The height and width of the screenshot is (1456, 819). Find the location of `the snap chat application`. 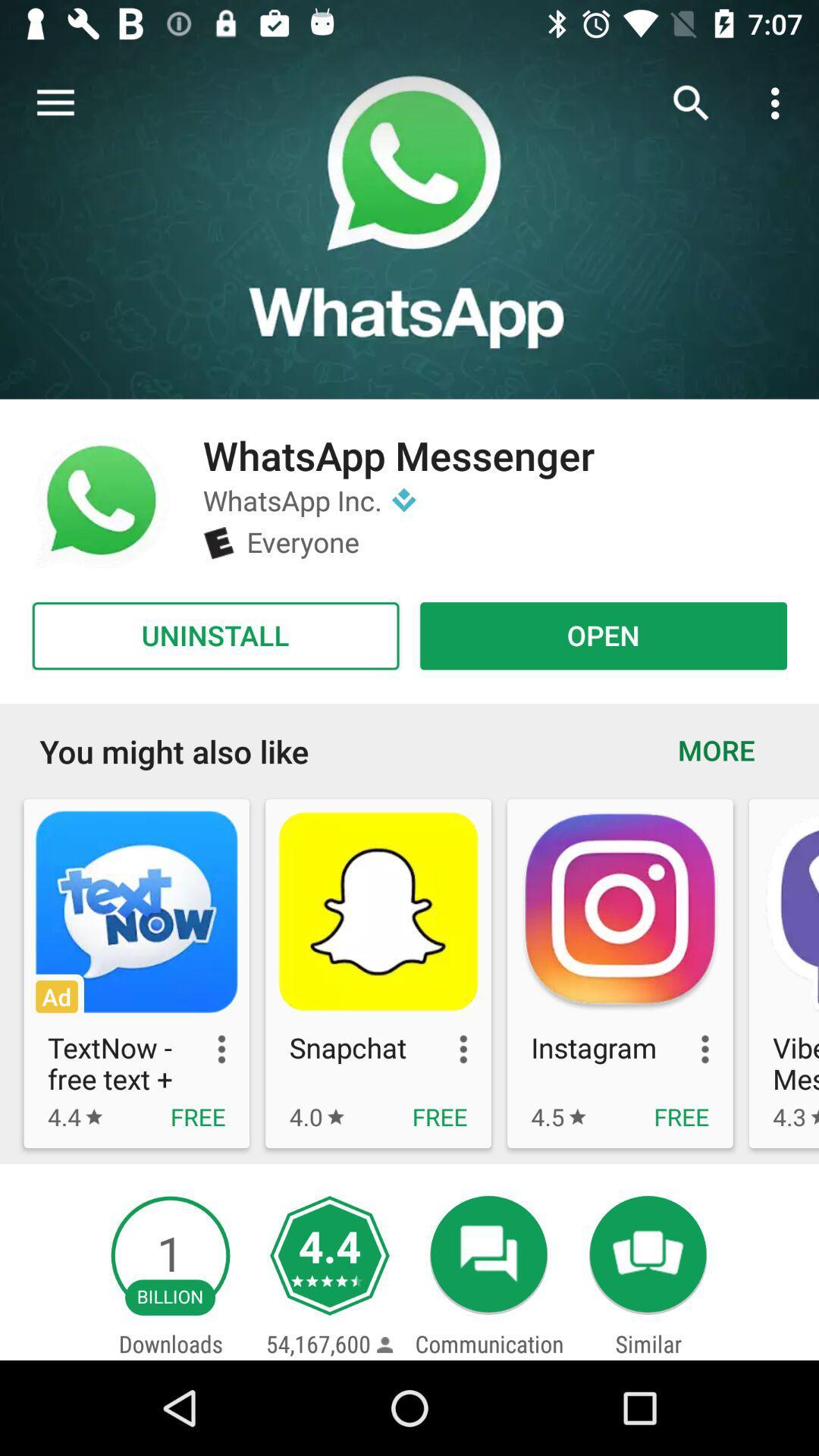

the snap chat application is located at coordinates (378, 973).